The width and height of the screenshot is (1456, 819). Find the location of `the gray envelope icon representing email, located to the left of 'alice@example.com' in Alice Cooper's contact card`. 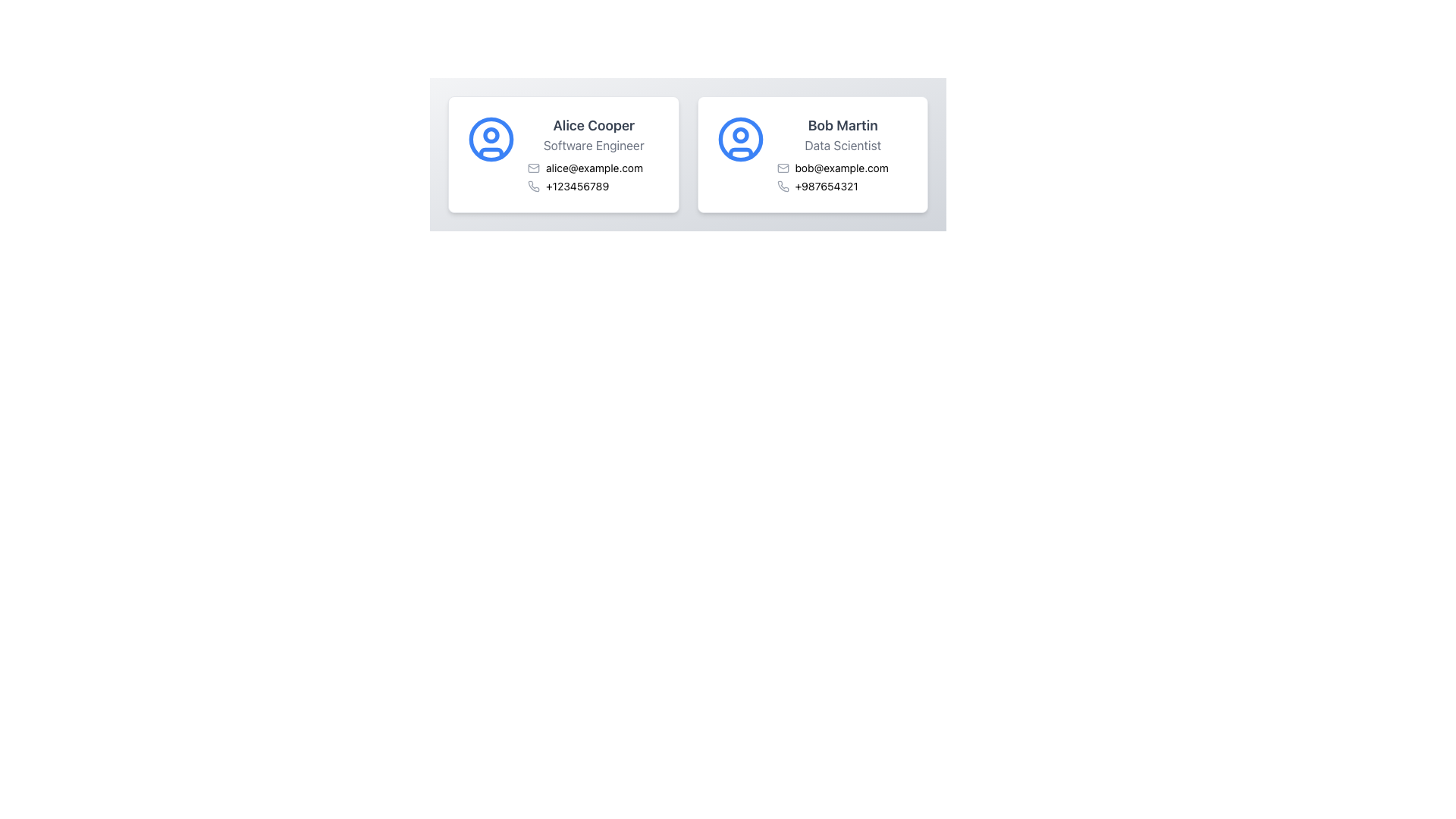

the gray envelope icon representing email, located to the left of 'alice@example.com' in Alice Cooper's contact card is located at coordinates (534, 168).